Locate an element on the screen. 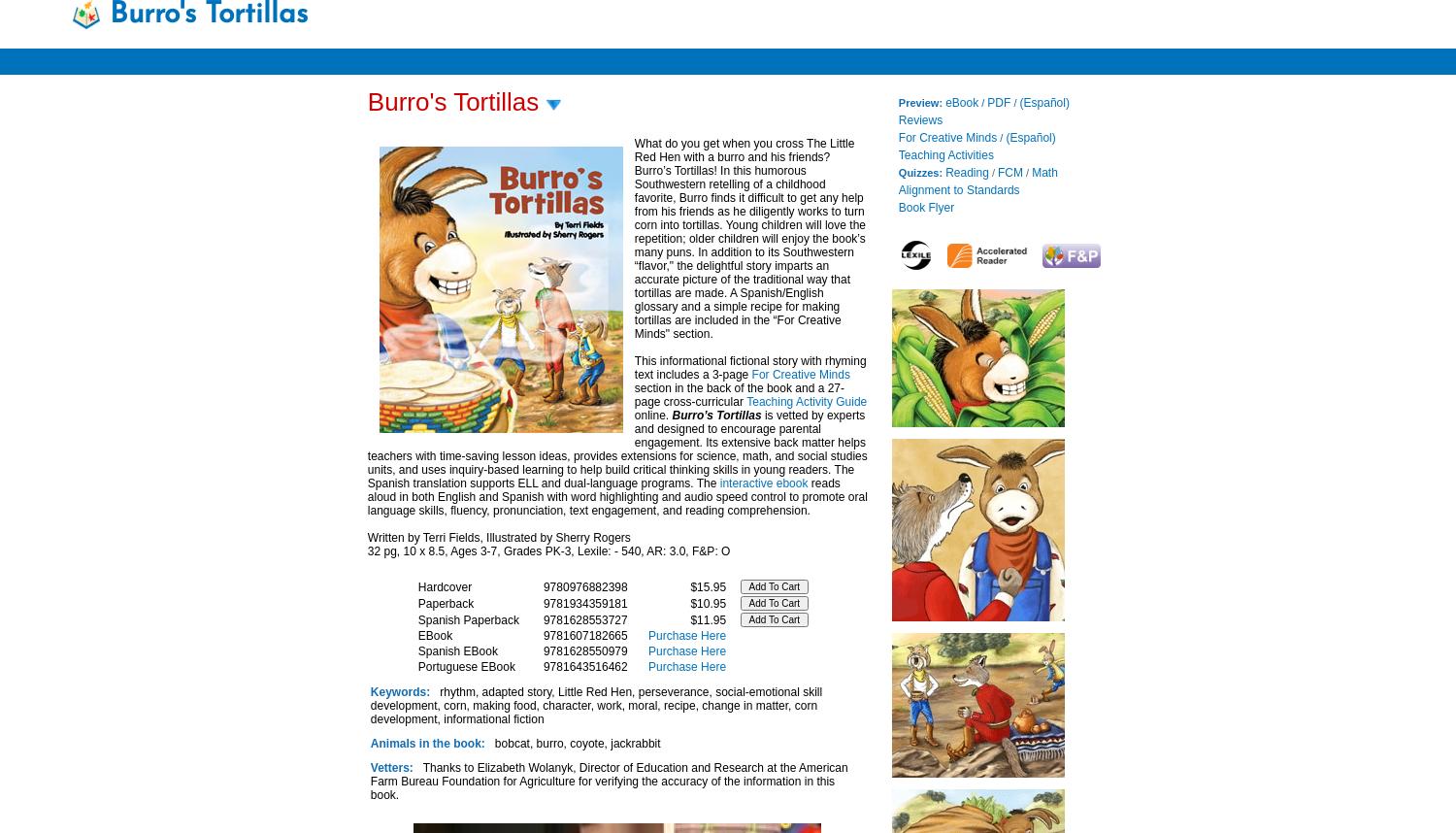 This screenshot has width=1456, height=833. 'PDF' is located at coordinates (987, 102).